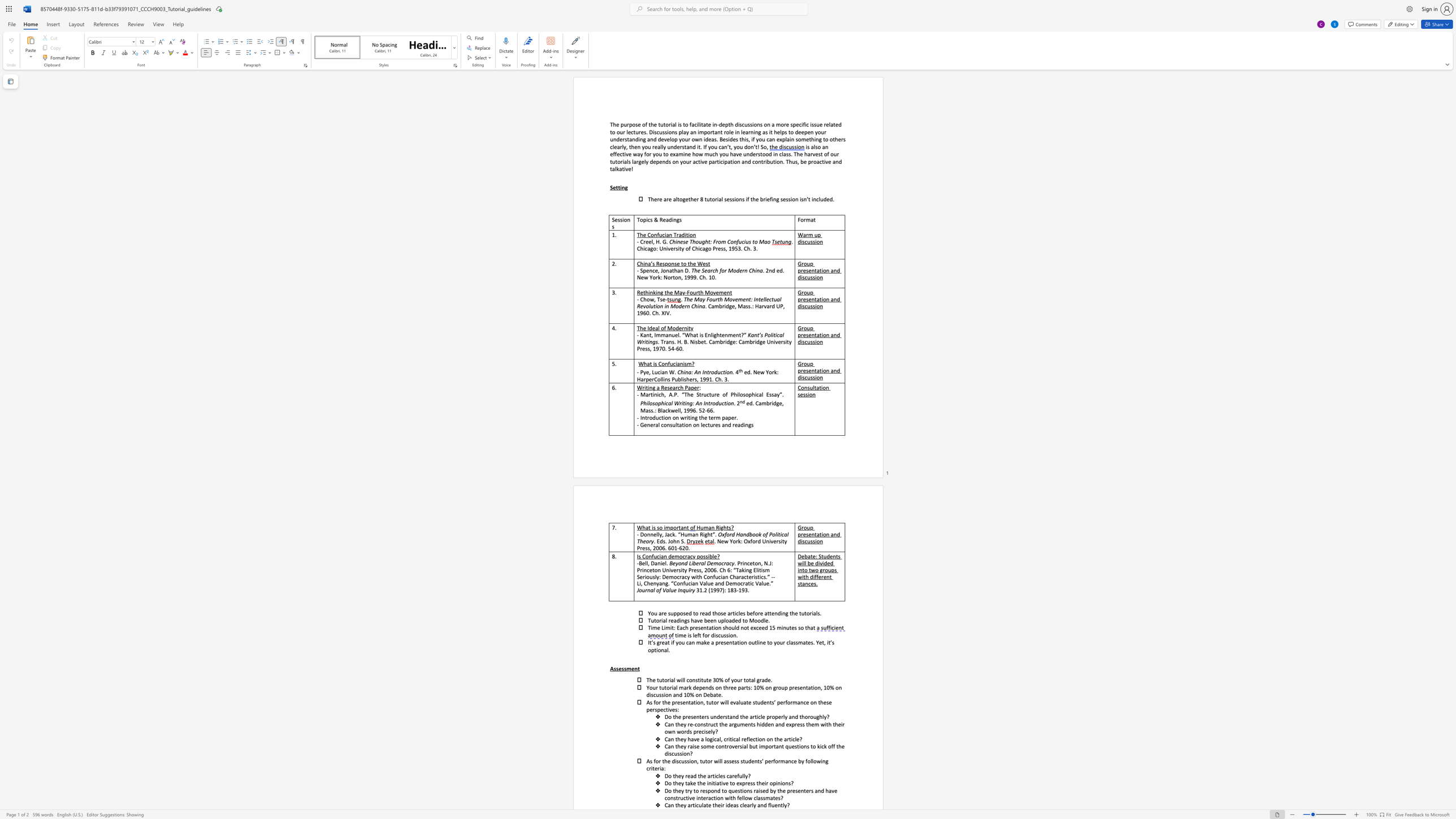 The height and width of the screenshot is (819, 1456). I want to click on the subset text "l." within the text "optional.", so click(666, 649).